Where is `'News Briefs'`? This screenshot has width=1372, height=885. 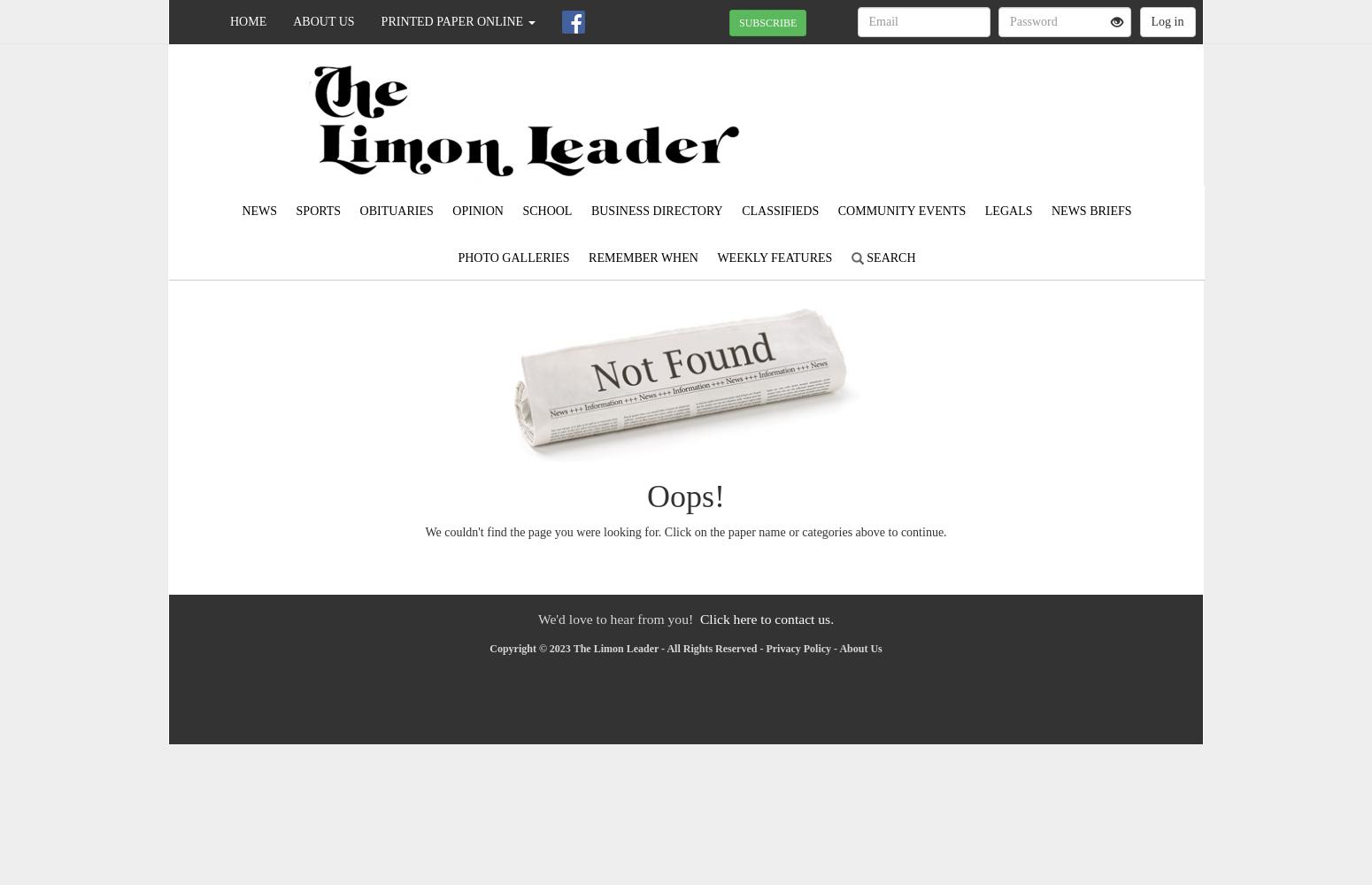
'News Briefs' is located at coordinates (1091, 210).